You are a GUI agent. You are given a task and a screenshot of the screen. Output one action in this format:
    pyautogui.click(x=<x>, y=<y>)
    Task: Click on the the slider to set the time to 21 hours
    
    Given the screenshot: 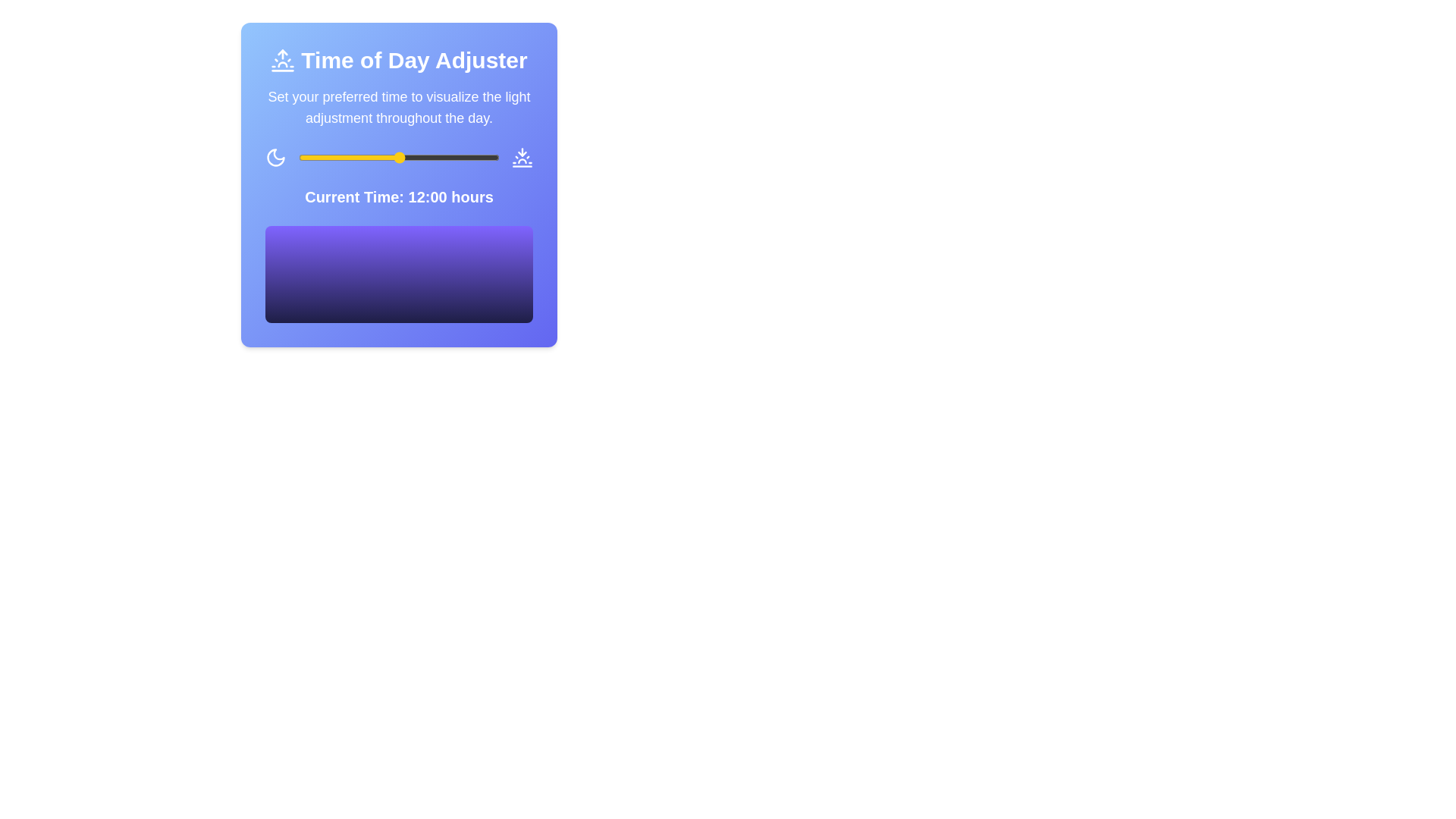 What is the action you would take?
    pyautogui.click(x=473, y=158)
    